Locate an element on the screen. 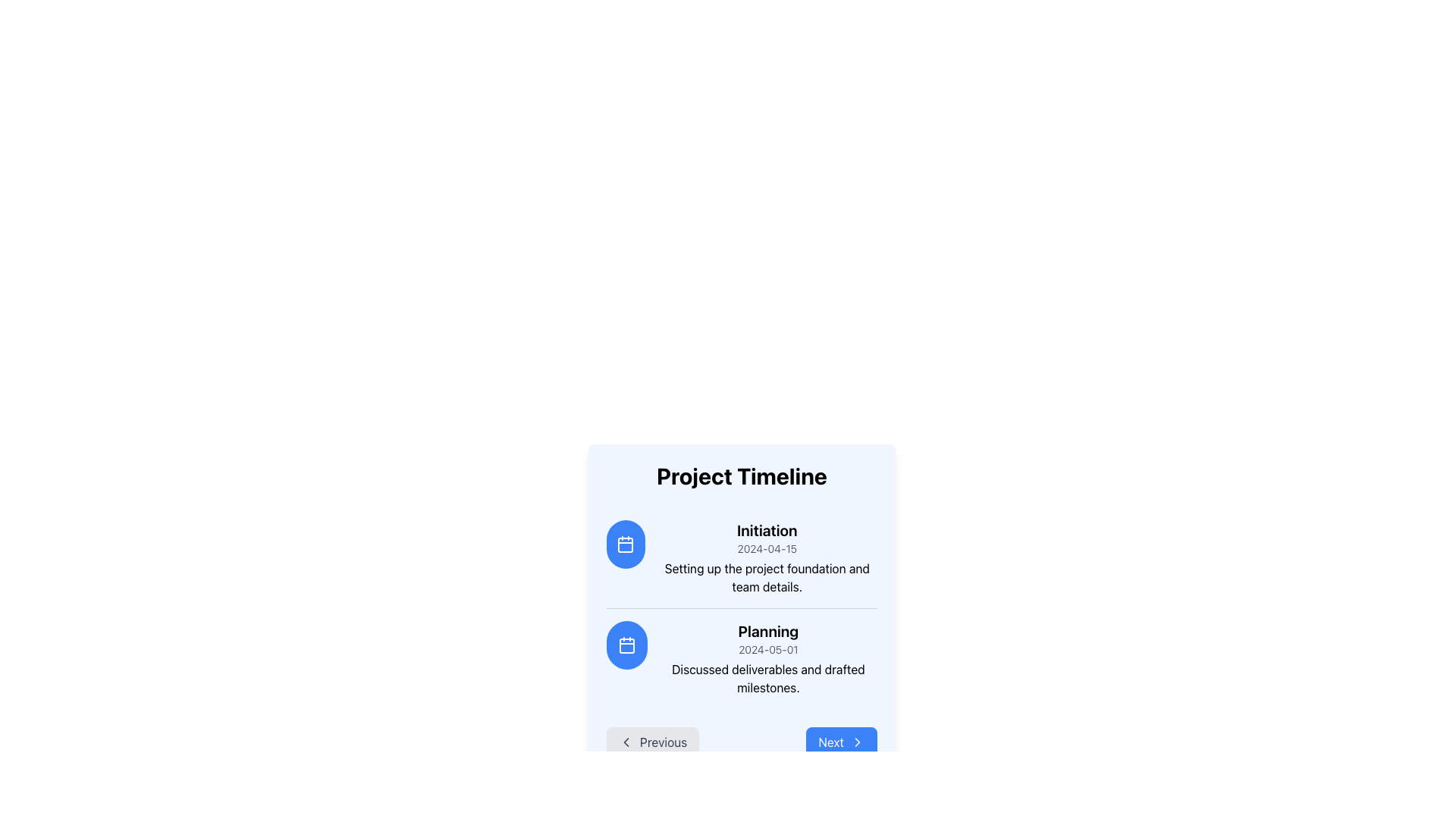  title or stage name of the timeline entry located above the date label '2024-04-15' and the description text in the top section of the timeline component is located at coordinates (767, 529).